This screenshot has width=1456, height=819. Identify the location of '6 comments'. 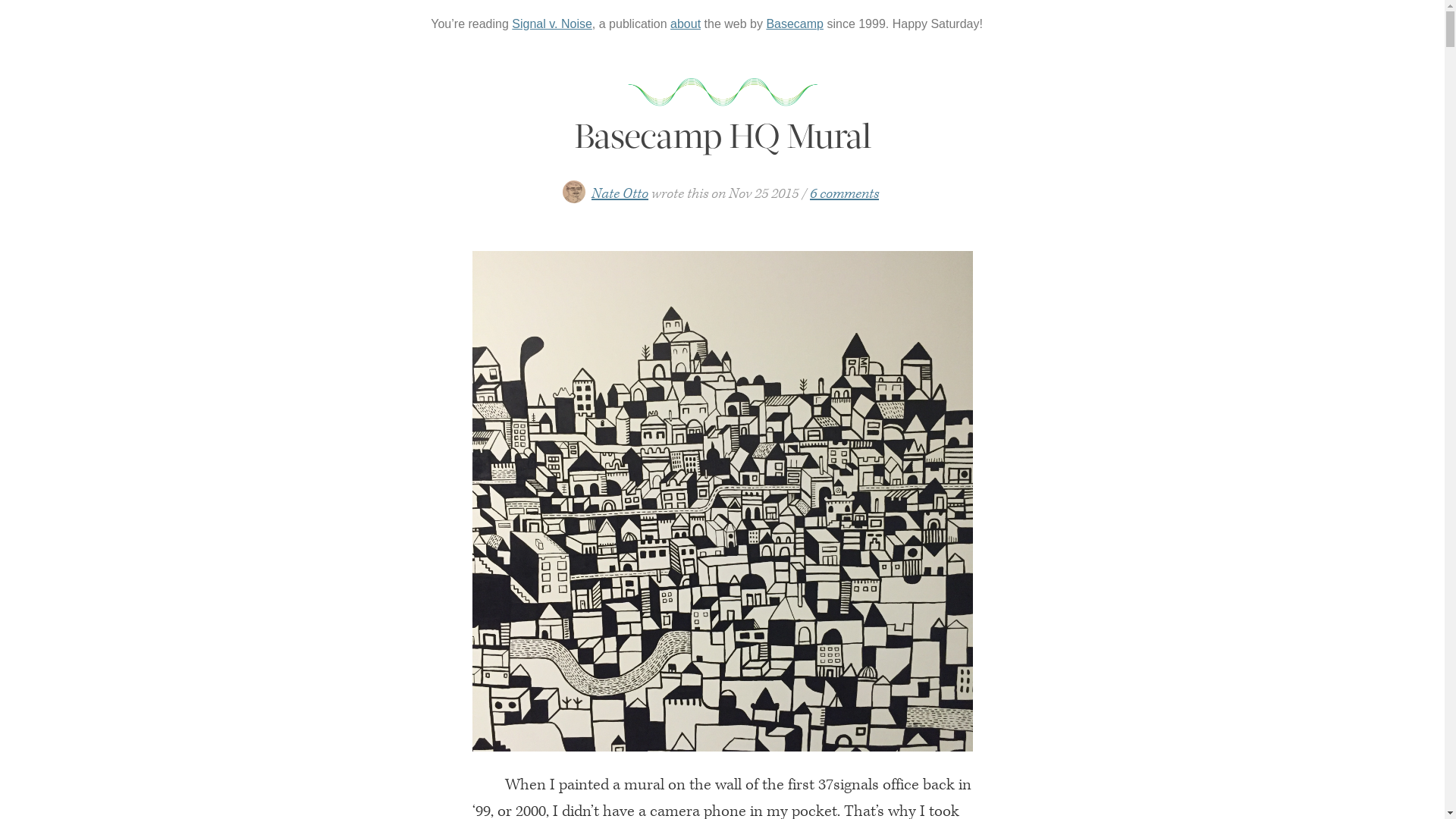
(843, 193).